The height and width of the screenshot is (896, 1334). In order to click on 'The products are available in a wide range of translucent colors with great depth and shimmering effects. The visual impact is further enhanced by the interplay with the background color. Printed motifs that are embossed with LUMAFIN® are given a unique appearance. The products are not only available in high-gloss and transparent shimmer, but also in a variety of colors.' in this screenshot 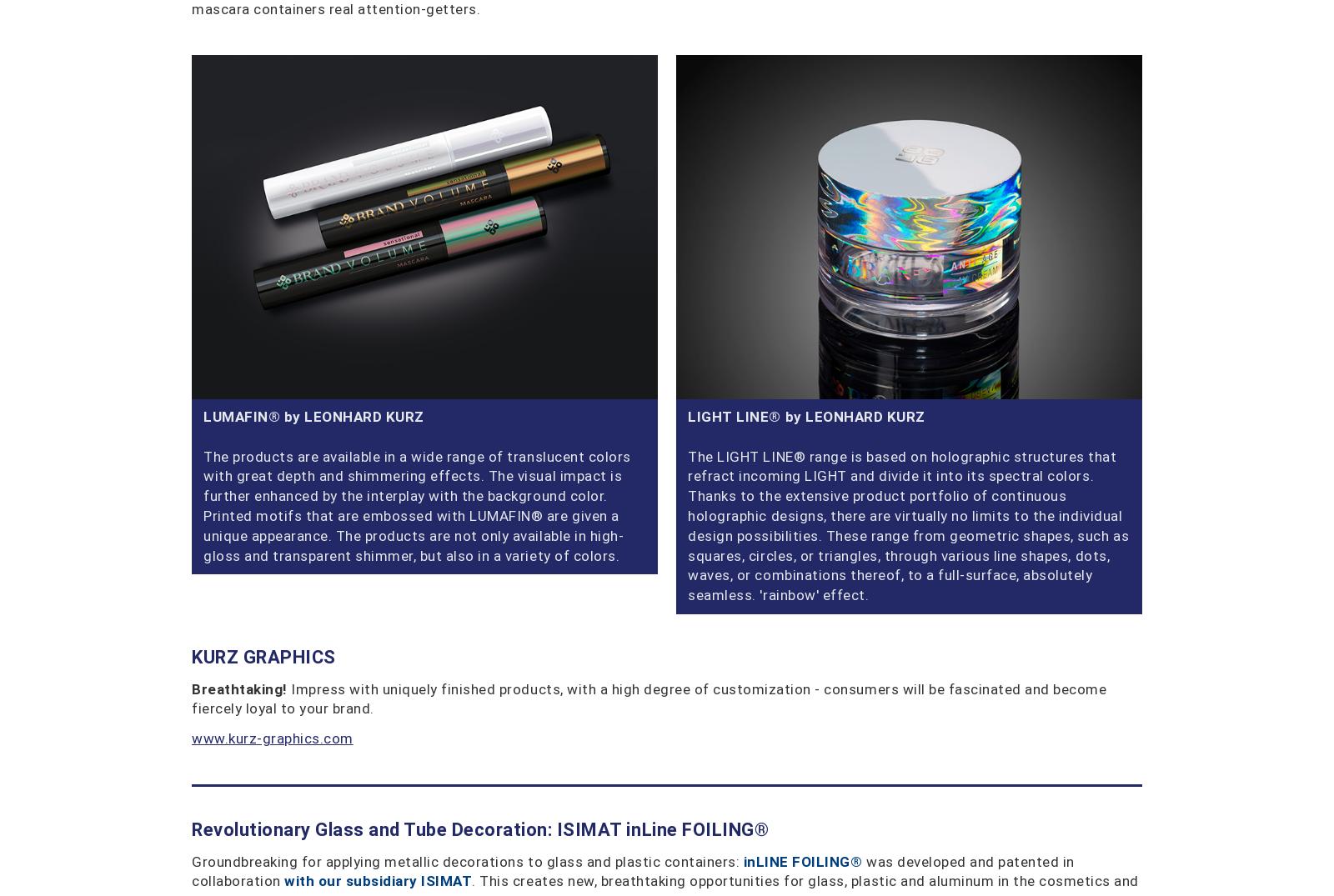, I will do `click(416, 504)`.